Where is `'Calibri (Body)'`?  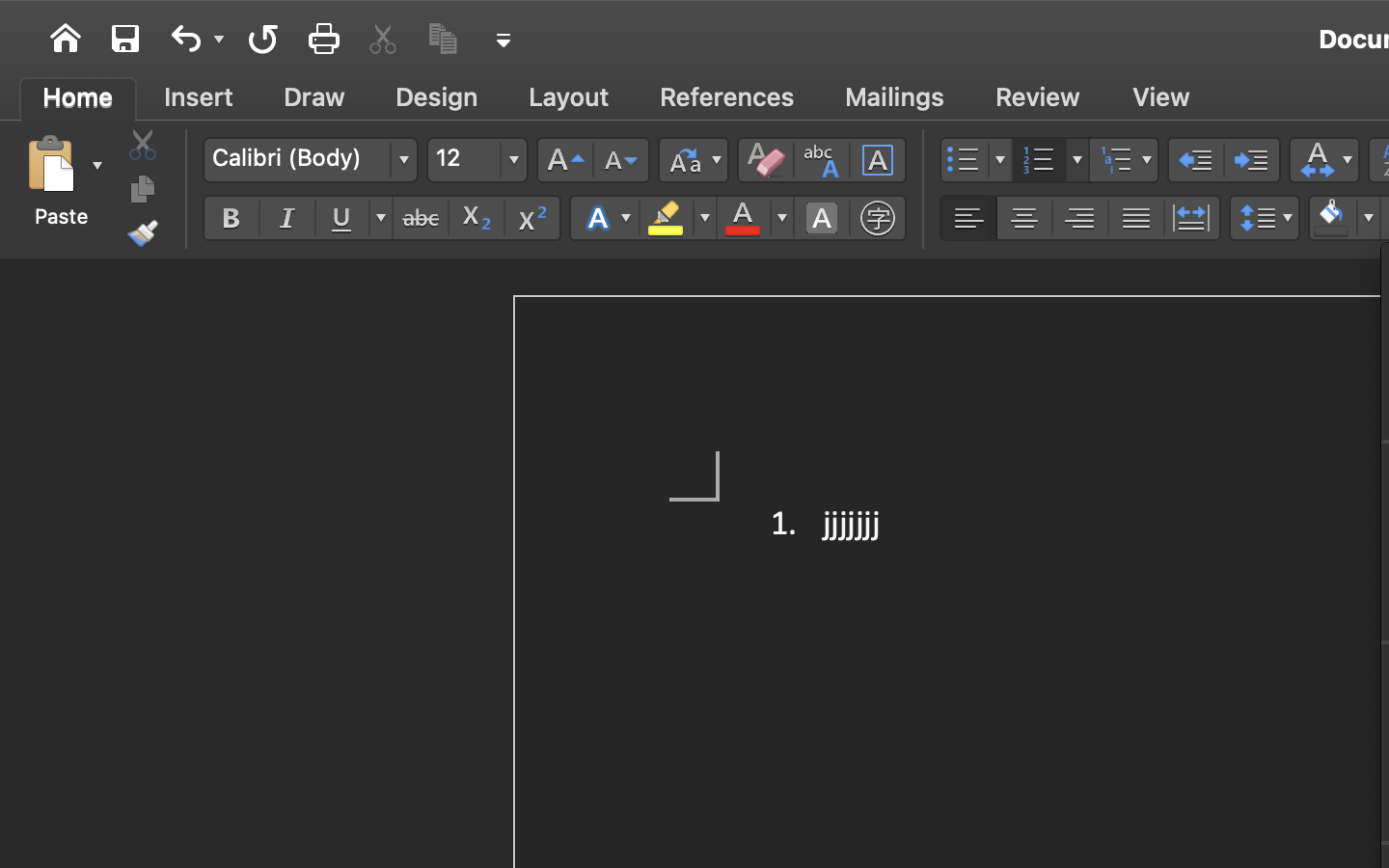 'Calibri (Body)' is located at coordinates (310, 159).